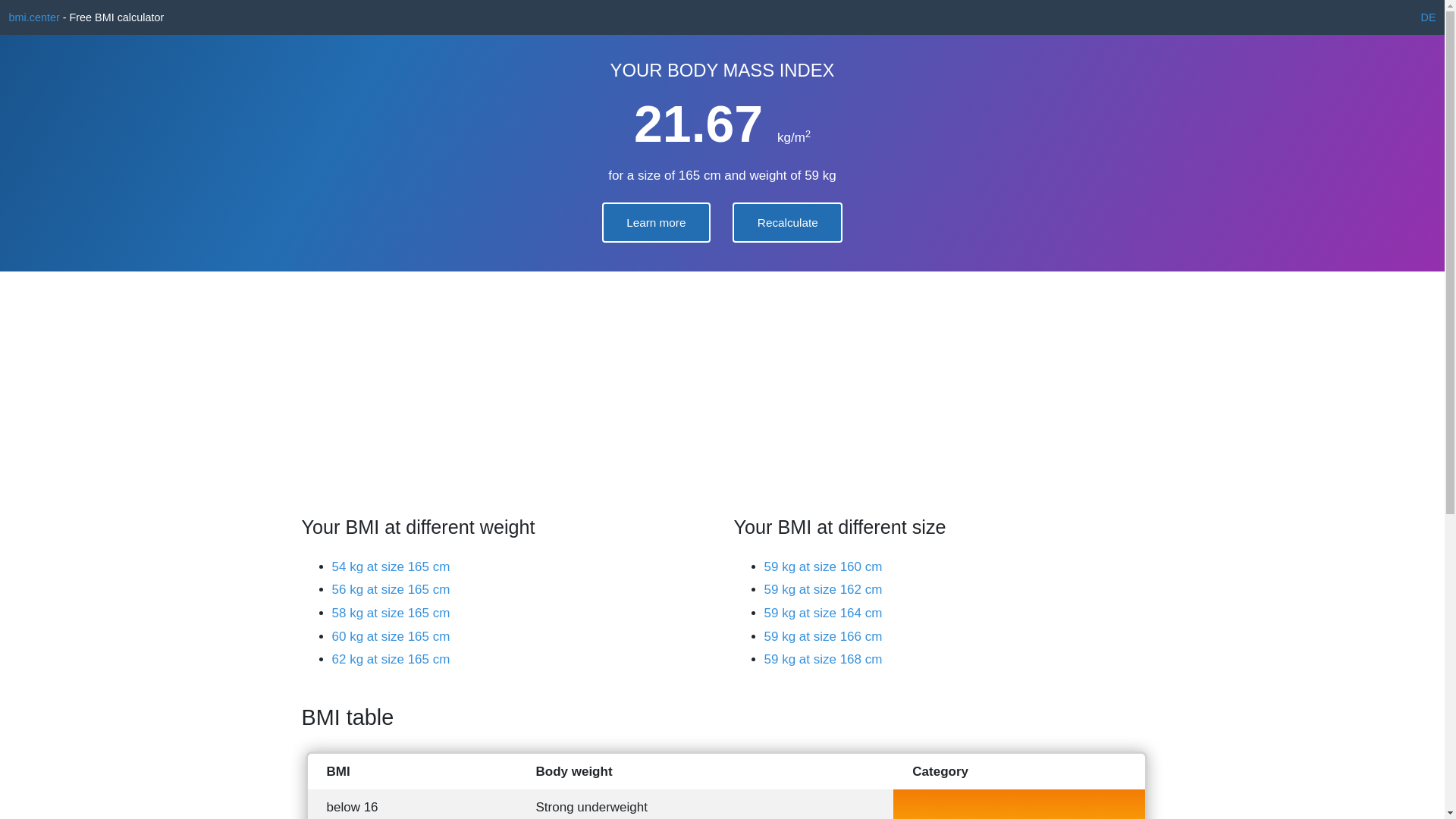 The image size is (1456, 819). What do you see at coordinates (331, 566) in the screenshot?
I see `'54 kg at size 165 cm'` at bounding box center [331, 566].